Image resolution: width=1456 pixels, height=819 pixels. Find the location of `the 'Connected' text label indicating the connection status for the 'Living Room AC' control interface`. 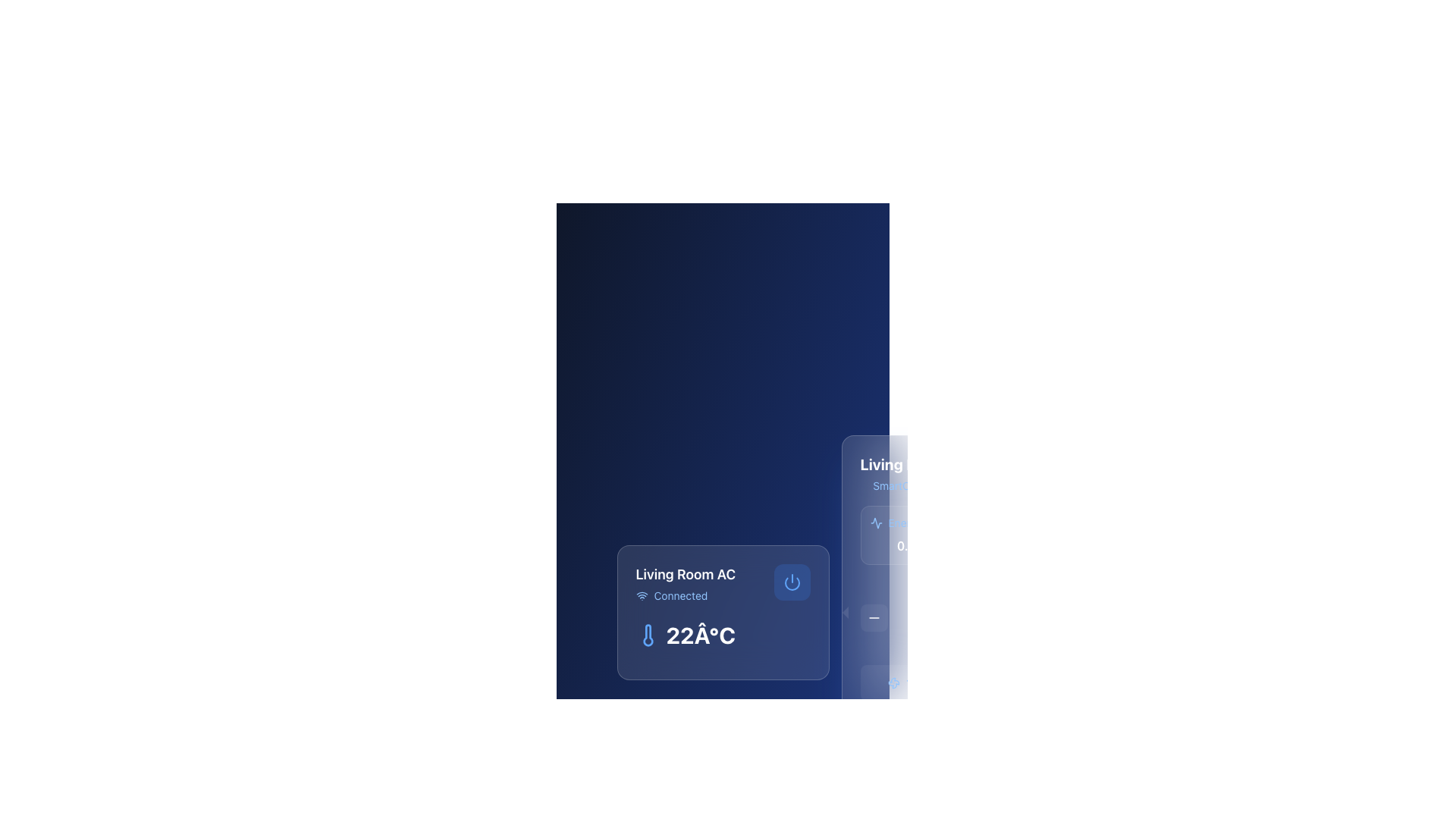

the 'Connected' text label indicating the connection status for the 'Living Room AC' control interface is located at coordinates (679, 595).